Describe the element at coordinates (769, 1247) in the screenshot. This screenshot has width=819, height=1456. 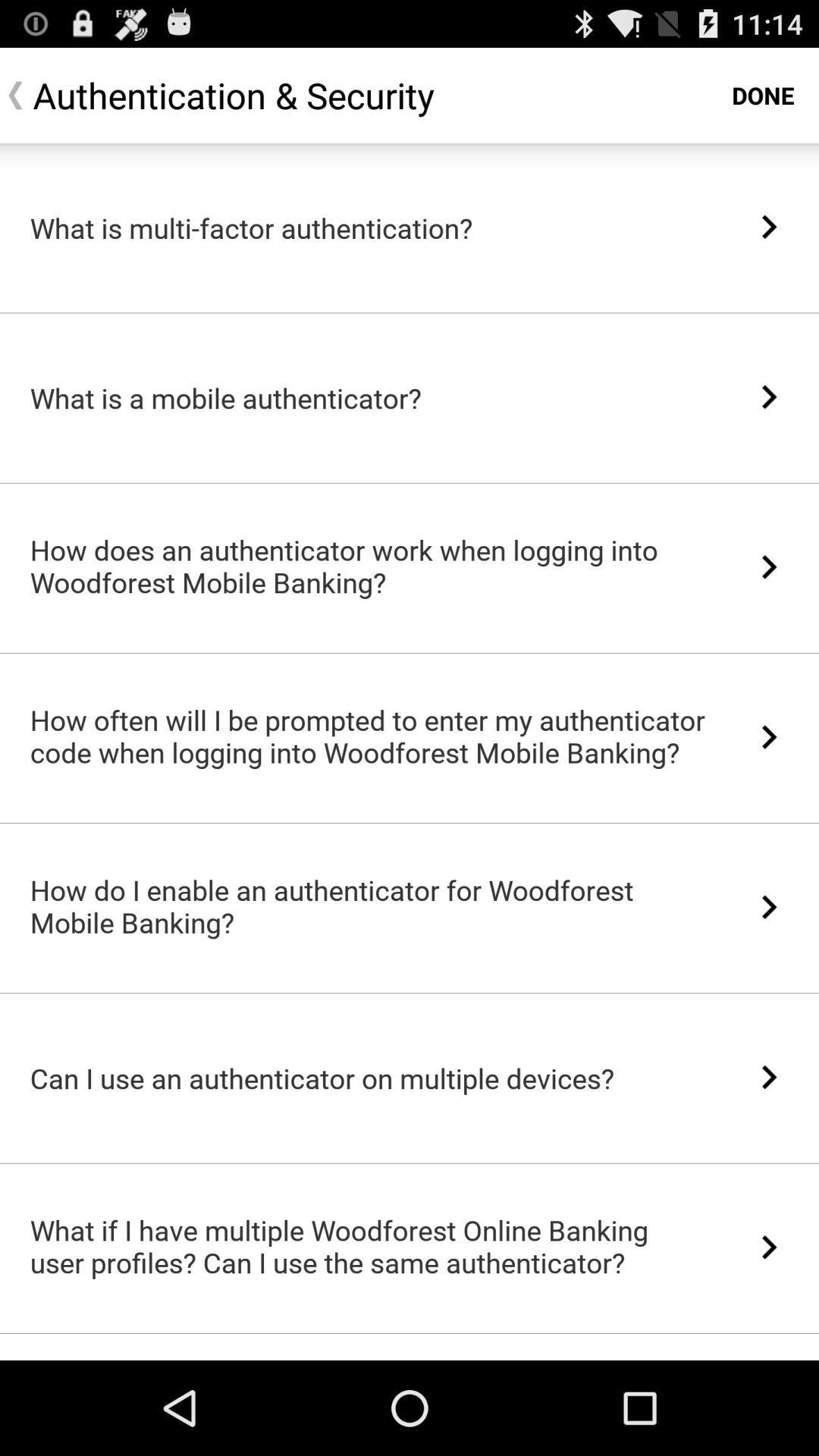
I see `the item to the right of the what if i icon` at that location.